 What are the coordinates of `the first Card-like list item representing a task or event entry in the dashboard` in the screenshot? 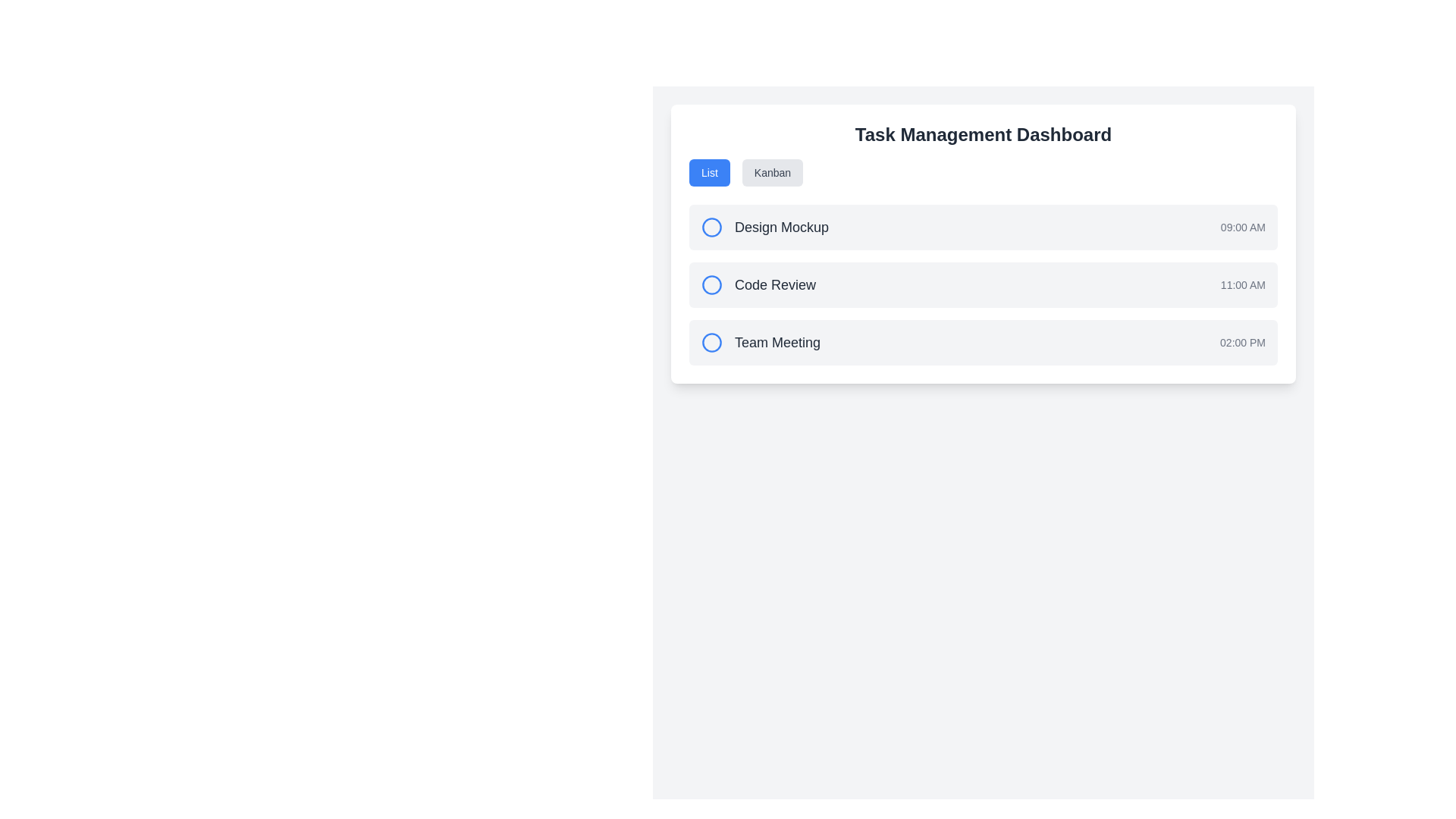 It's located at (983, 227).